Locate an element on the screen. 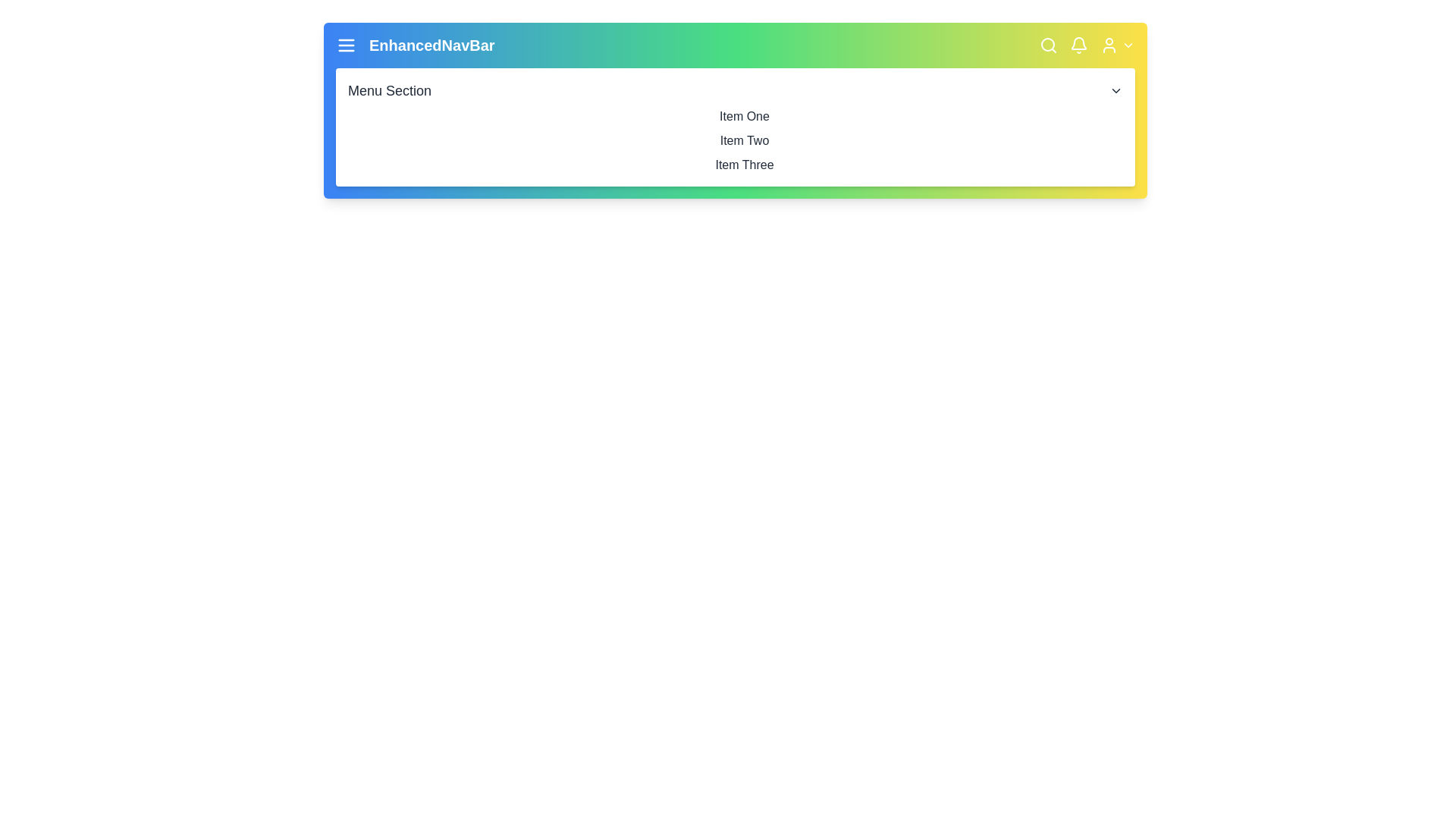 The height and width of the screenshot is (819, 1456). the arrow icon to toggle the menu section is located at coordinates (1116, 90).